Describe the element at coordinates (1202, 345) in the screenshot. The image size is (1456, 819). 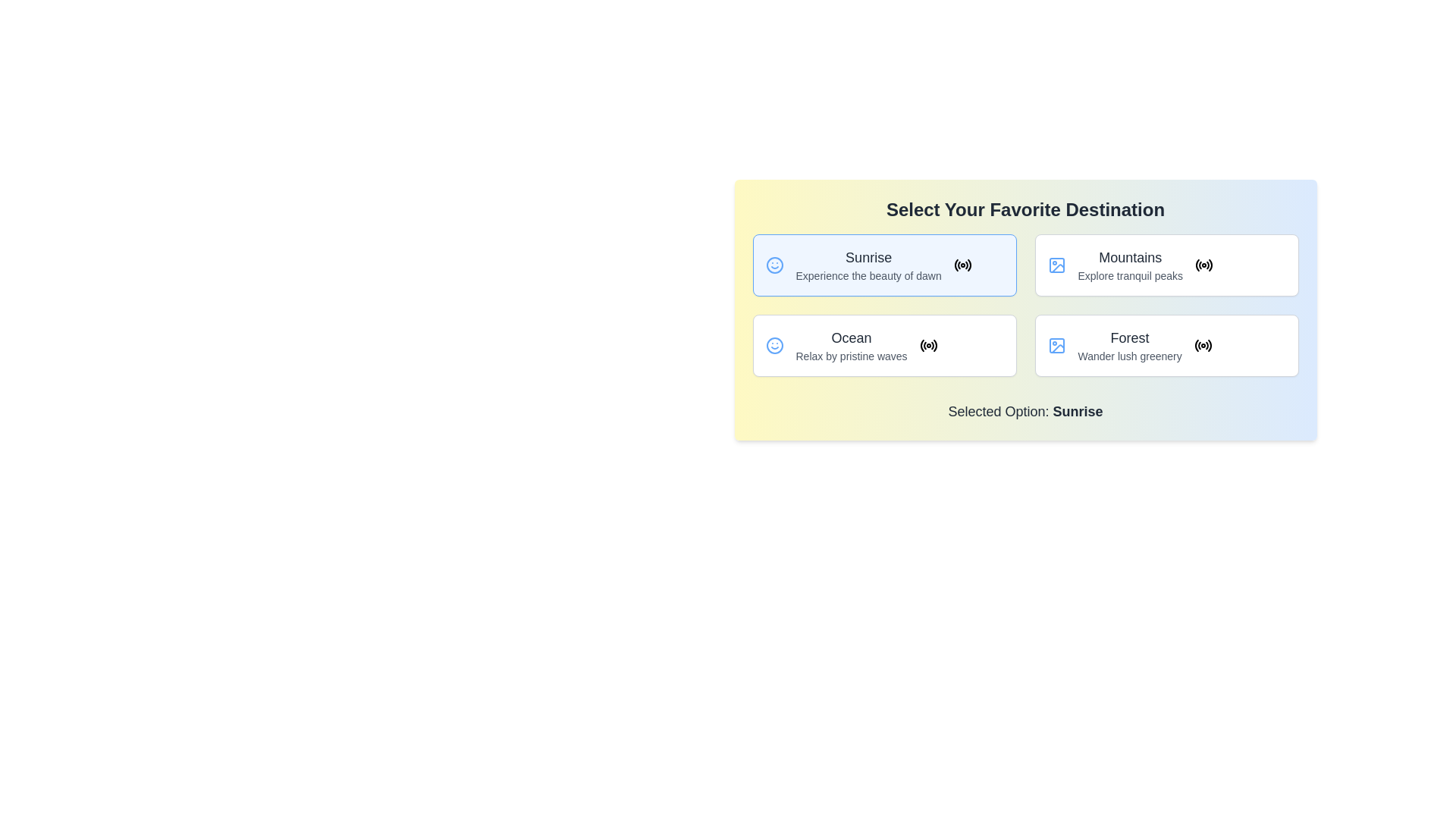
I see `the 'Forest' radio button, which is a minimalistic circular icon with a dot in the center located in the bottom-right quadrant of the selection group, to trigger a tooltip or visual effect` at that location.